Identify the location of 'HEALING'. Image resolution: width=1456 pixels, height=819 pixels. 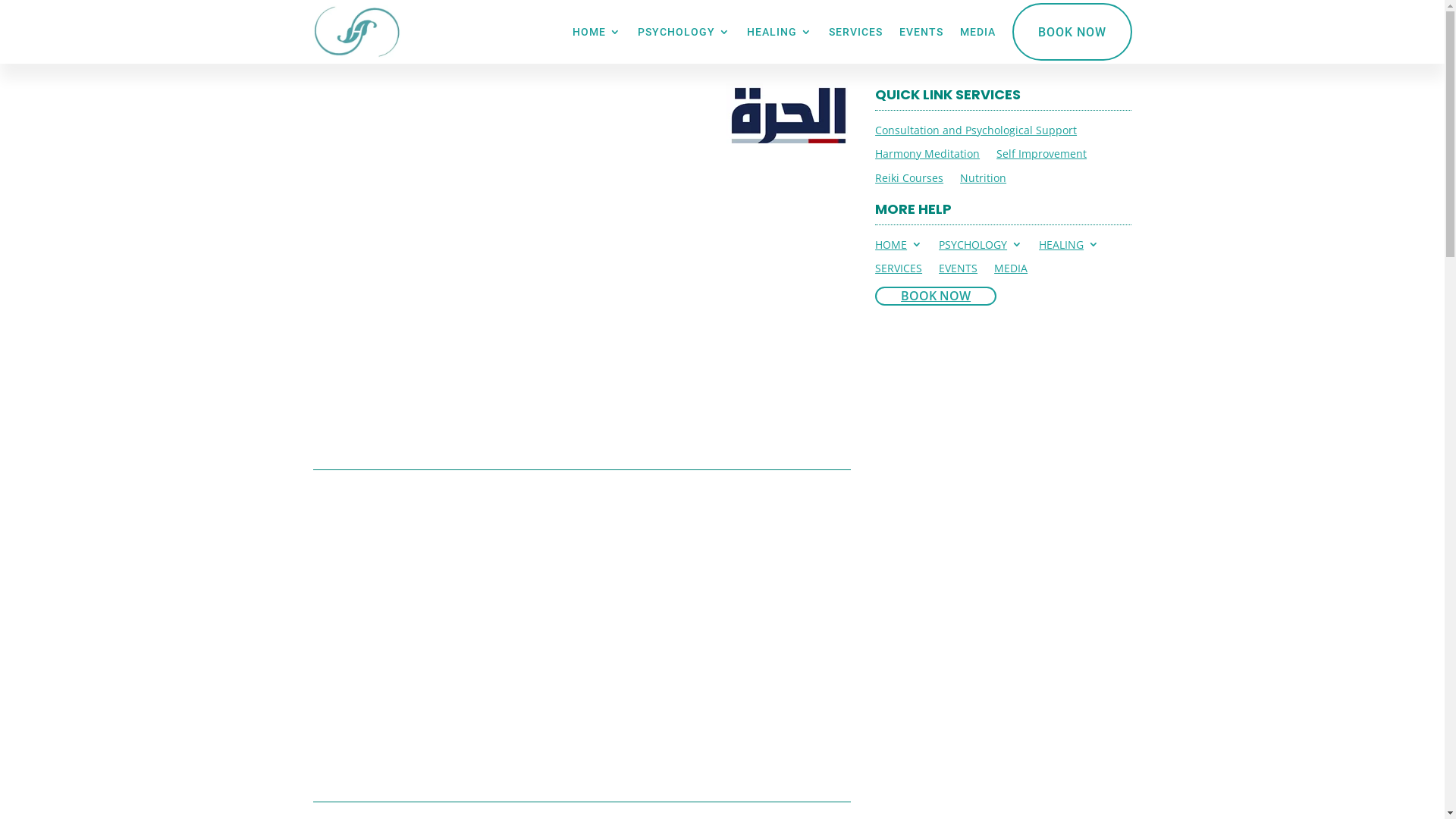
(779, 32).